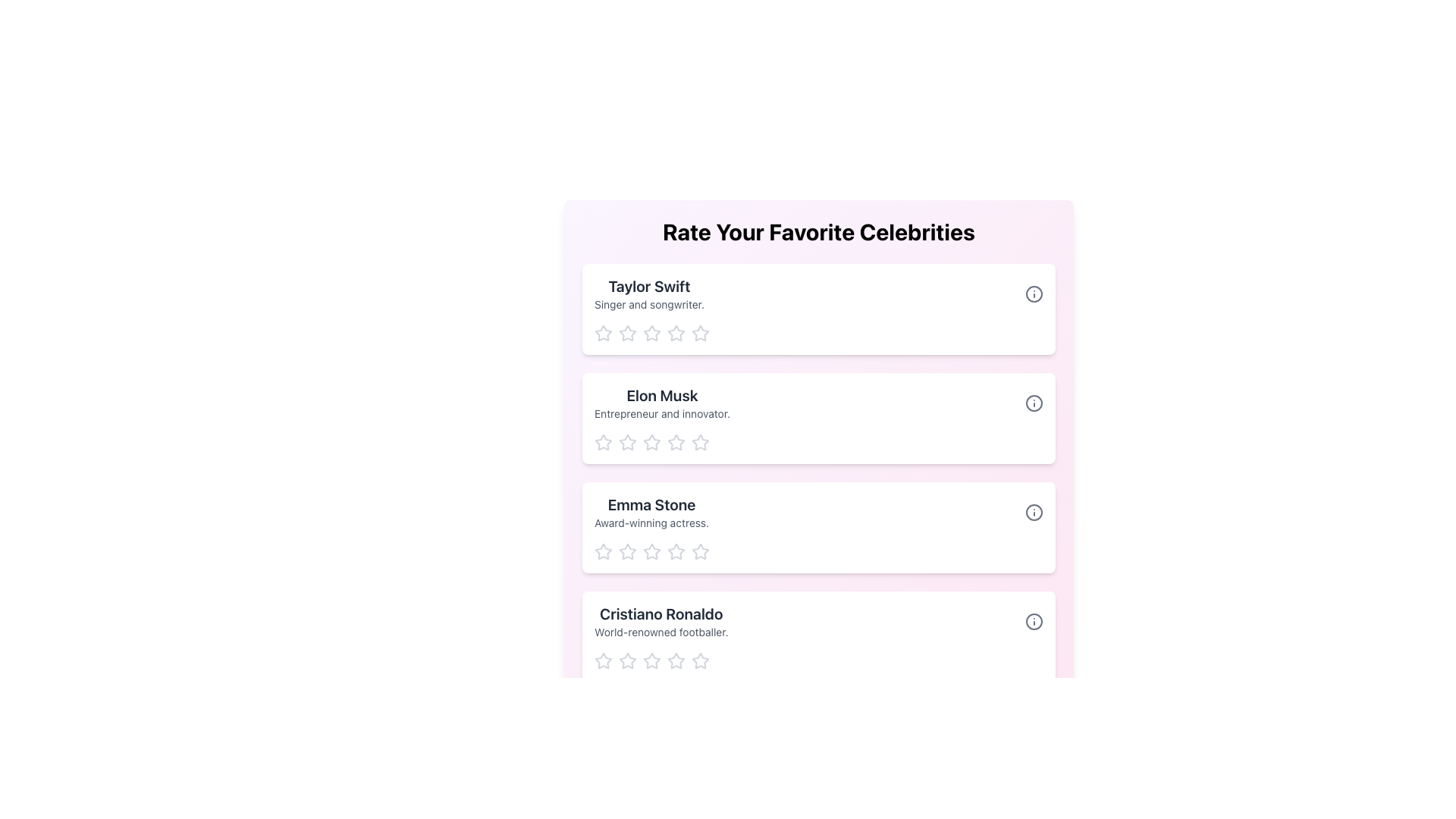 This screenshot has width=1456, height=819. Describe the element at coordinates (700, 332) in the screenshot. I see `the fifth star icon` at that location.